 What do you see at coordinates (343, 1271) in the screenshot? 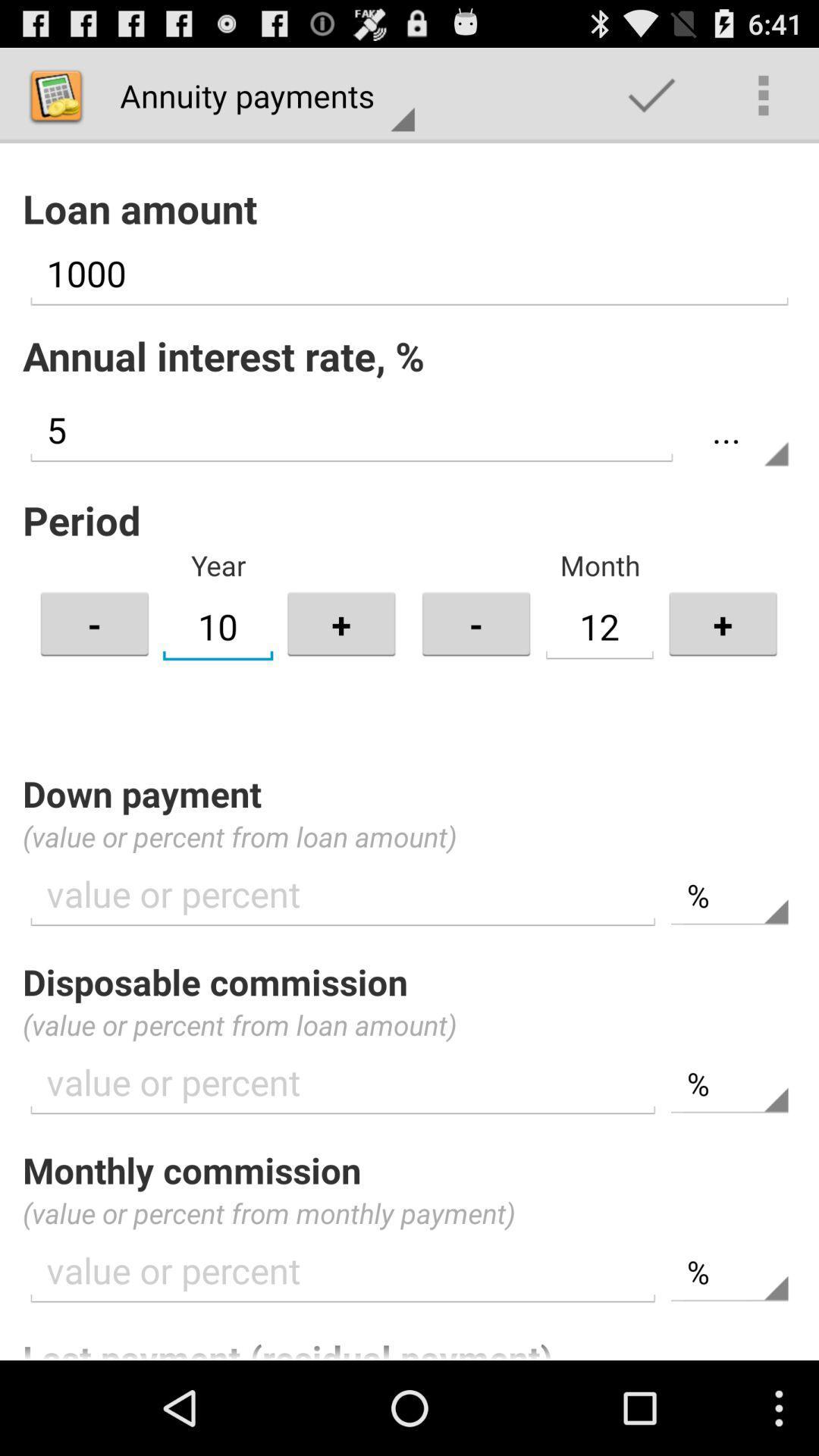
I see `value or percent` at bounding box center [343, 1271].